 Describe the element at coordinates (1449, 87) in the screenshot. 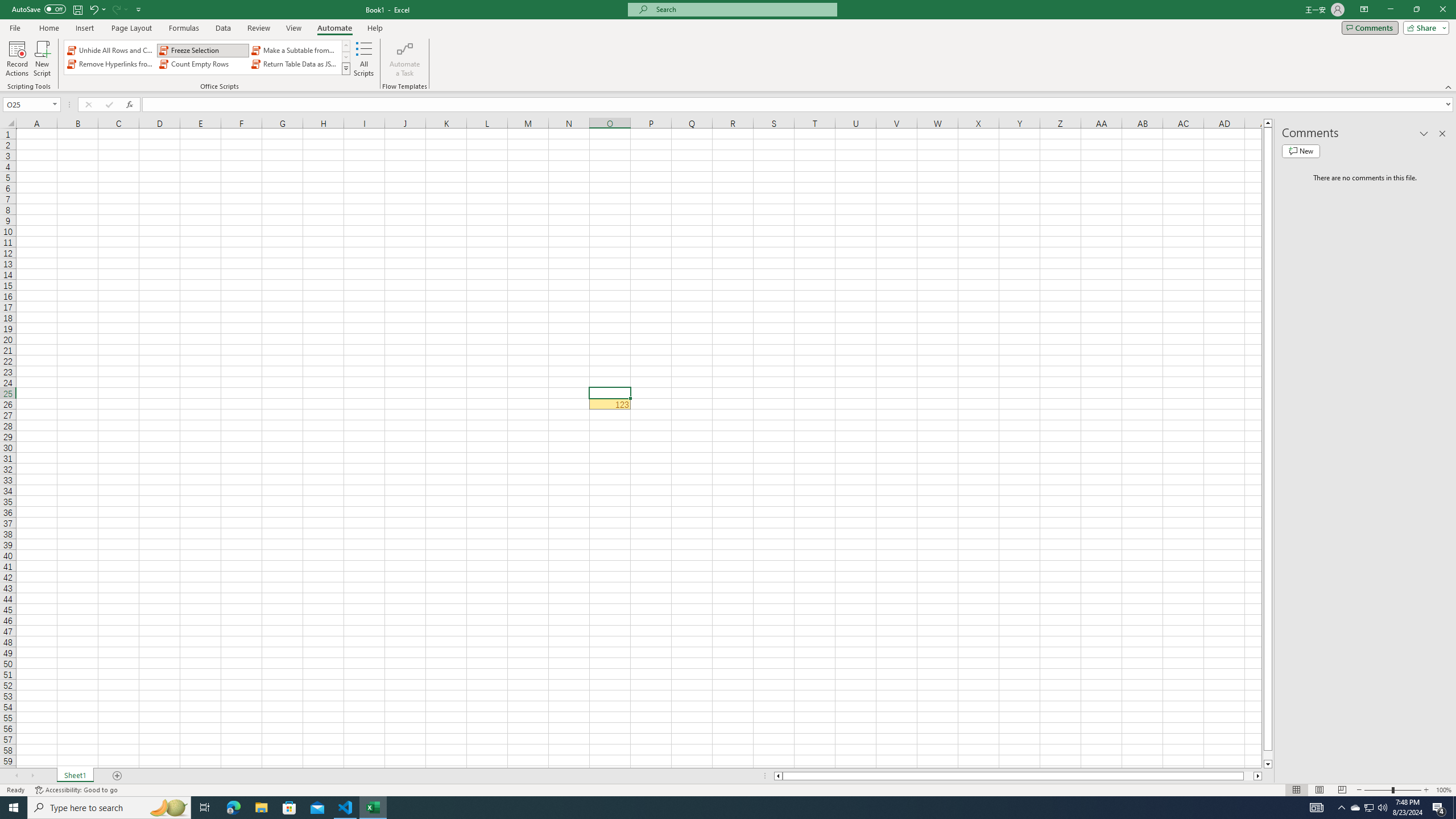

I see `'Collapse the Ribbon'` at that location.